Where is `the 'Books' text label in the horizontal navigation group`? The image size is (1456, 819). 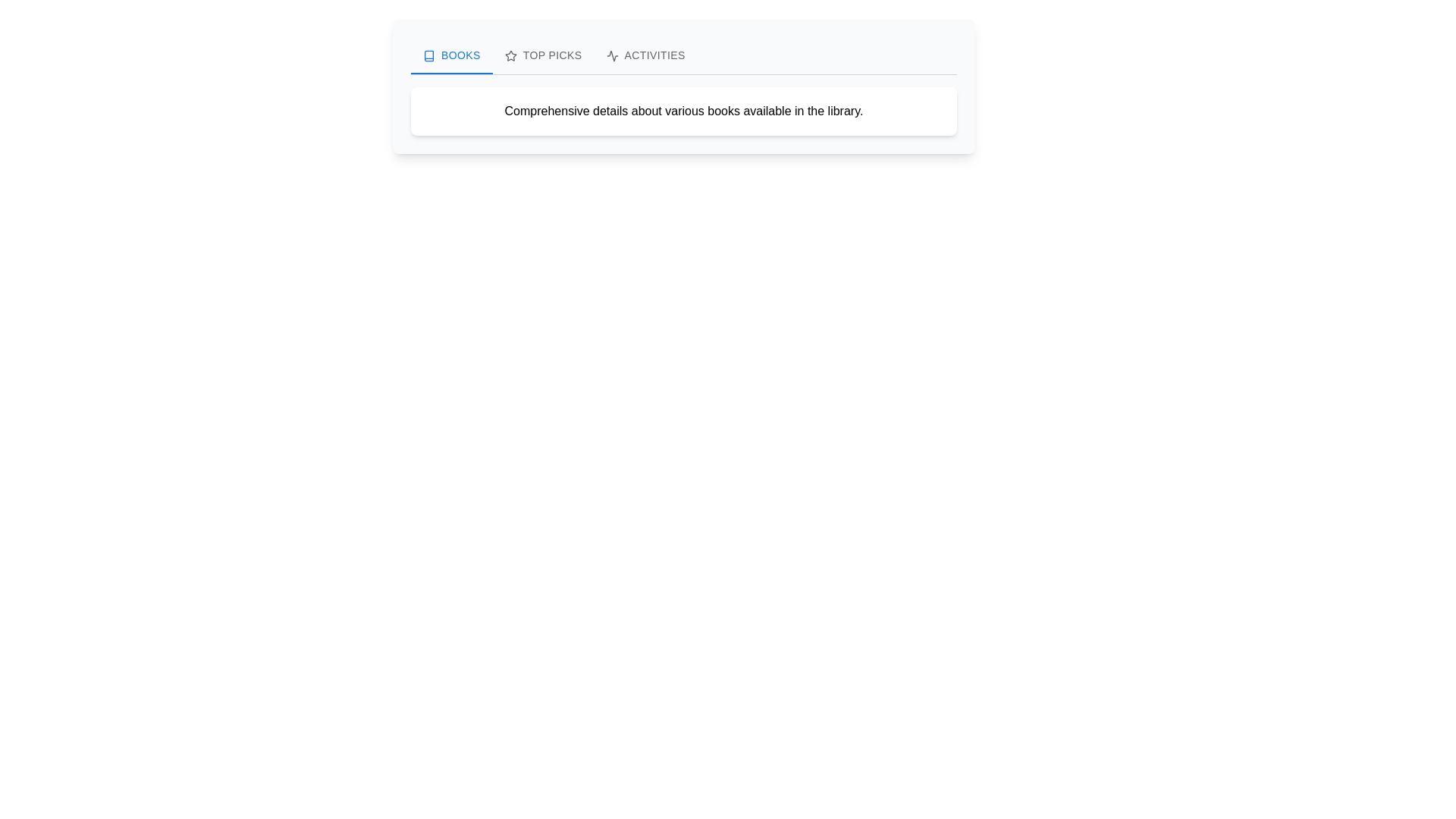
the 'Books' text label in the horizontal navigation group is located at coordinates (460, 55).